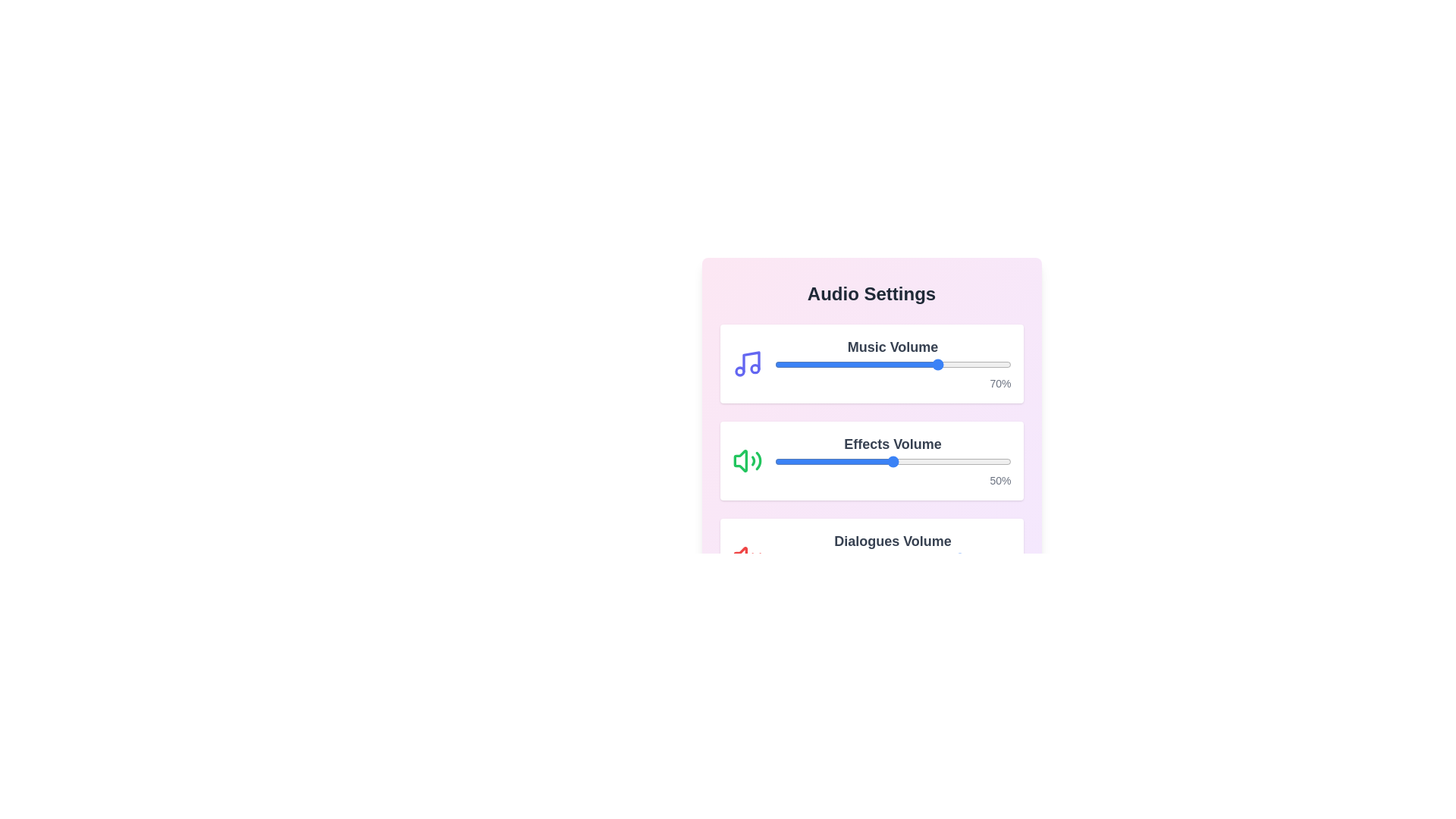 The height and width of the screenshot is (819, 1456). Describe the element at coordinates (821, 365) in the screenshot. I see `the music volume slider to 20%` at that location.